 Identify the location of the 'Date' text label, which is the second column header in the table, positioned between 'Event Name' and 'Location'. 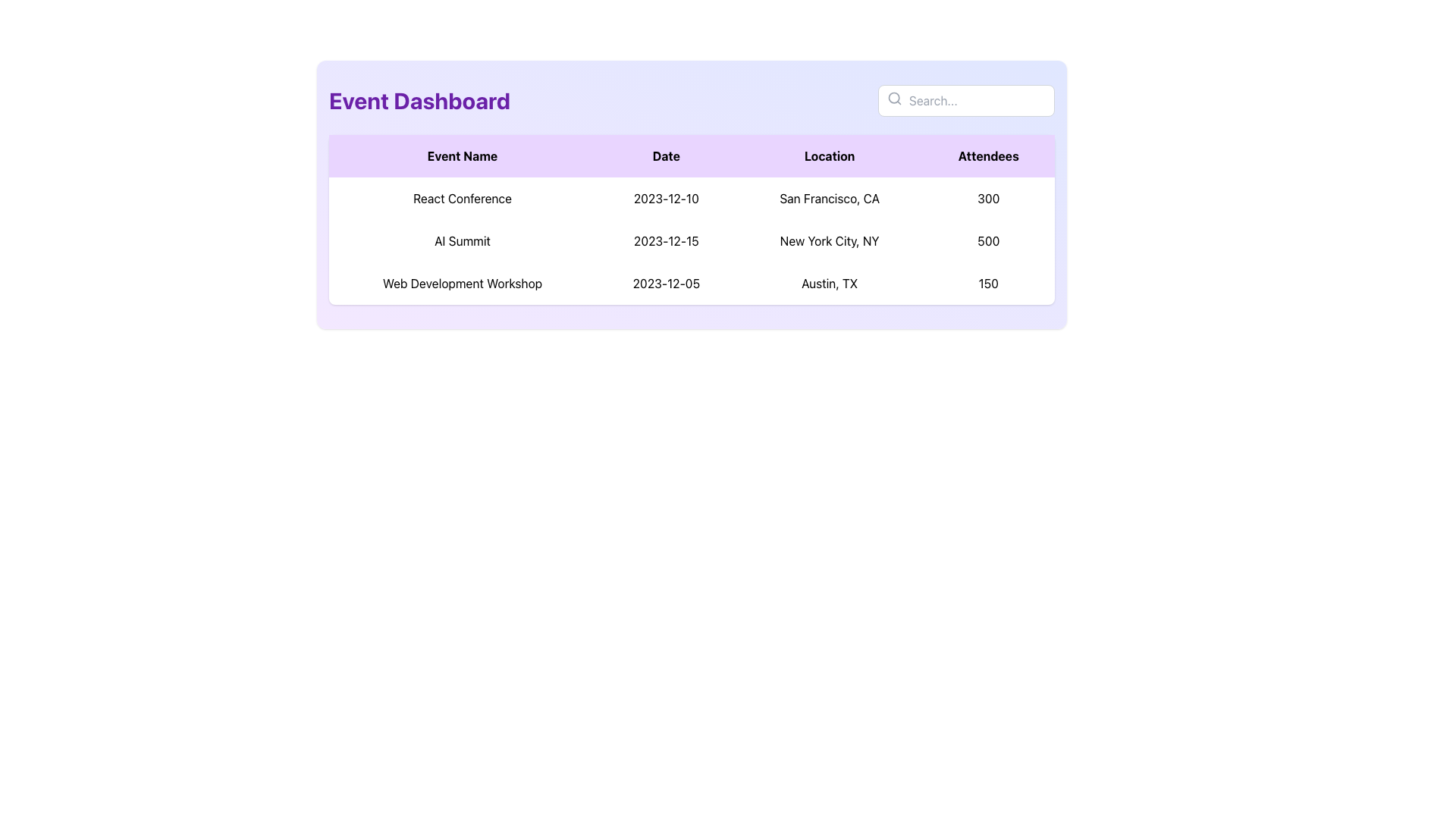
(666, 155).